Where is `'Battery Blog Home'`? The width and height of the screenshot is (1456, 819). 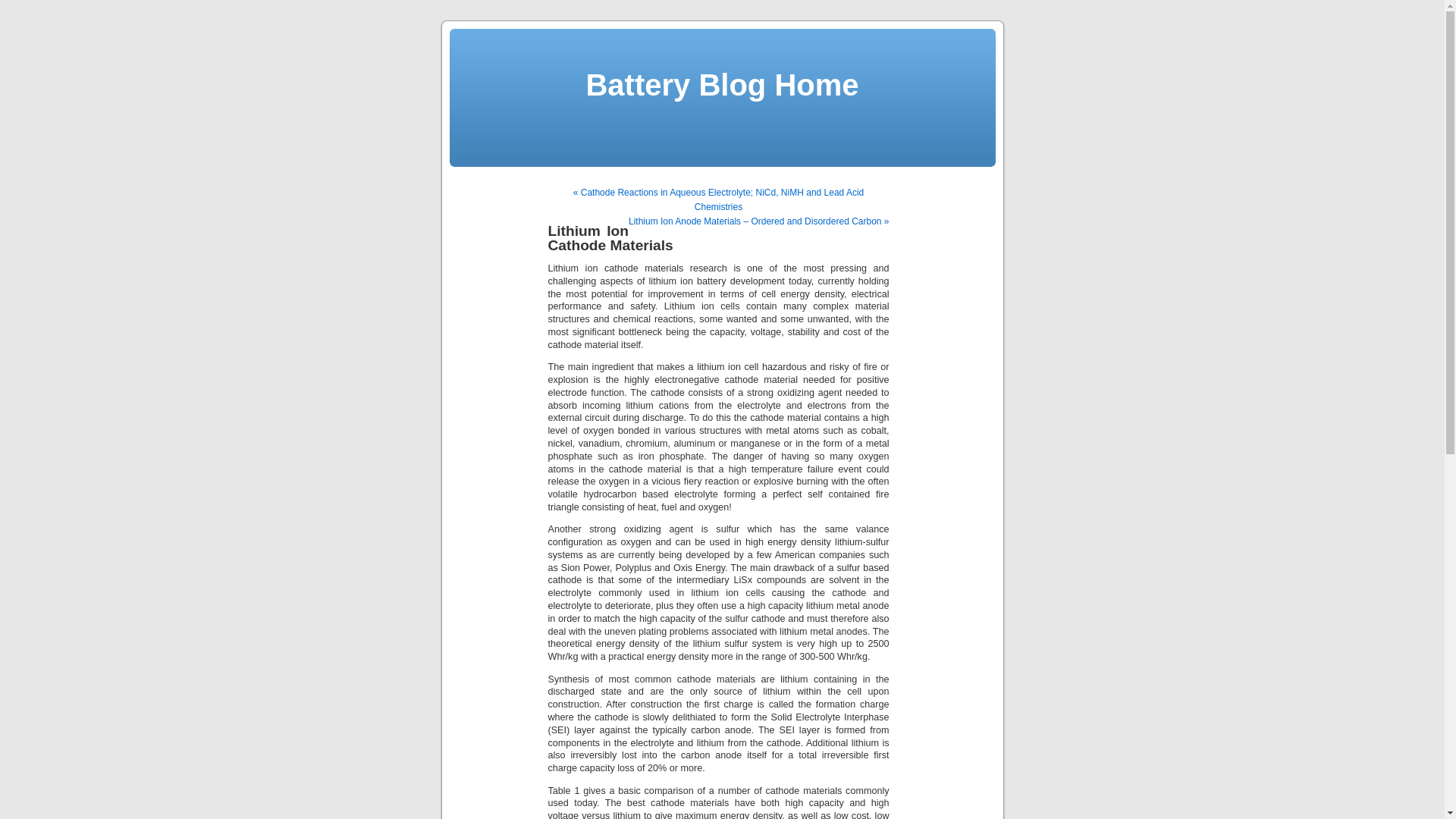 'Battery Blog Home' is located at coordinates (720, 84).